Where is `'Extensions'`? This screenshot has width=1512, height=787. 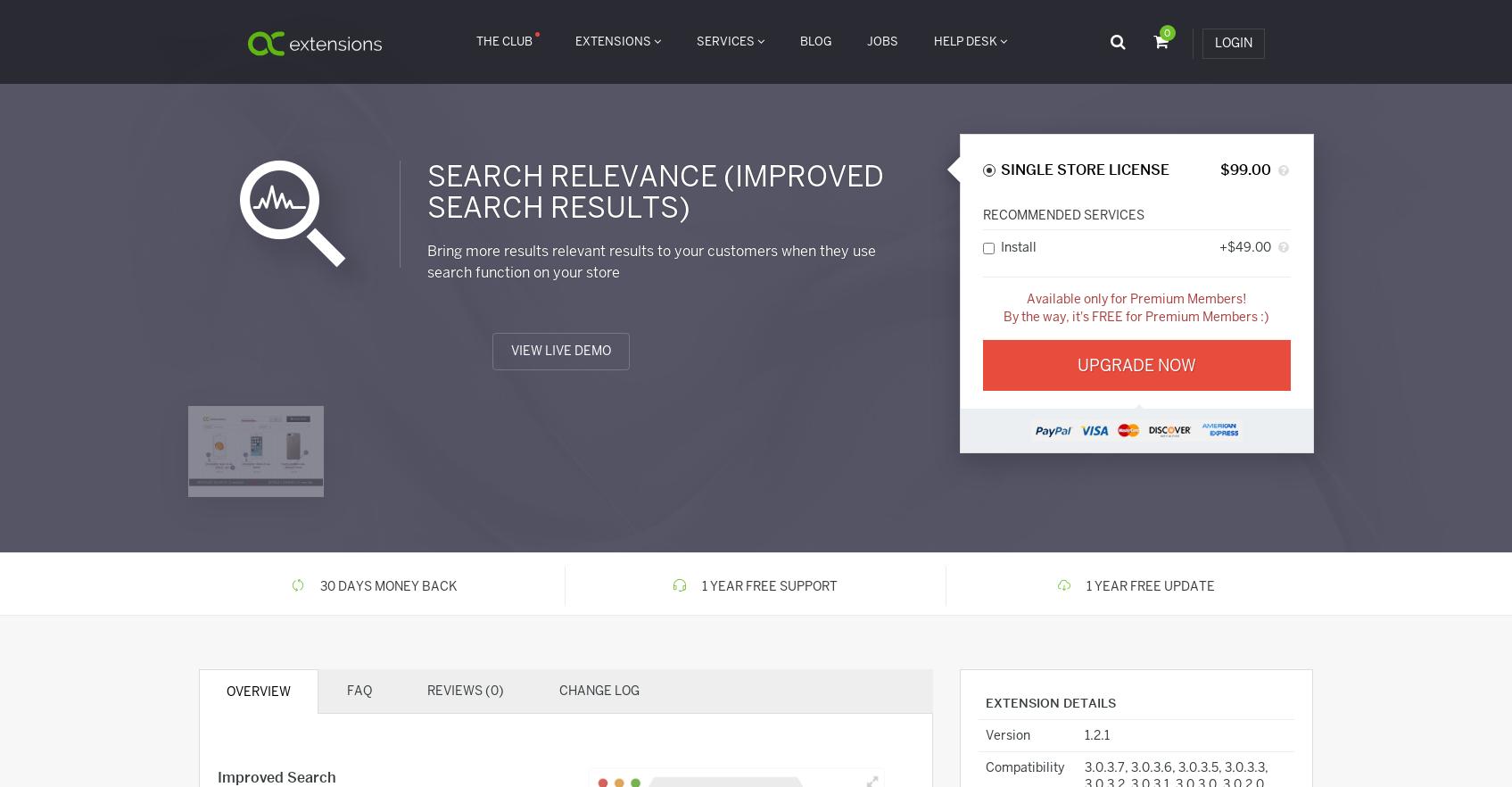 'Extensions' is located at coordinates (615, 40).